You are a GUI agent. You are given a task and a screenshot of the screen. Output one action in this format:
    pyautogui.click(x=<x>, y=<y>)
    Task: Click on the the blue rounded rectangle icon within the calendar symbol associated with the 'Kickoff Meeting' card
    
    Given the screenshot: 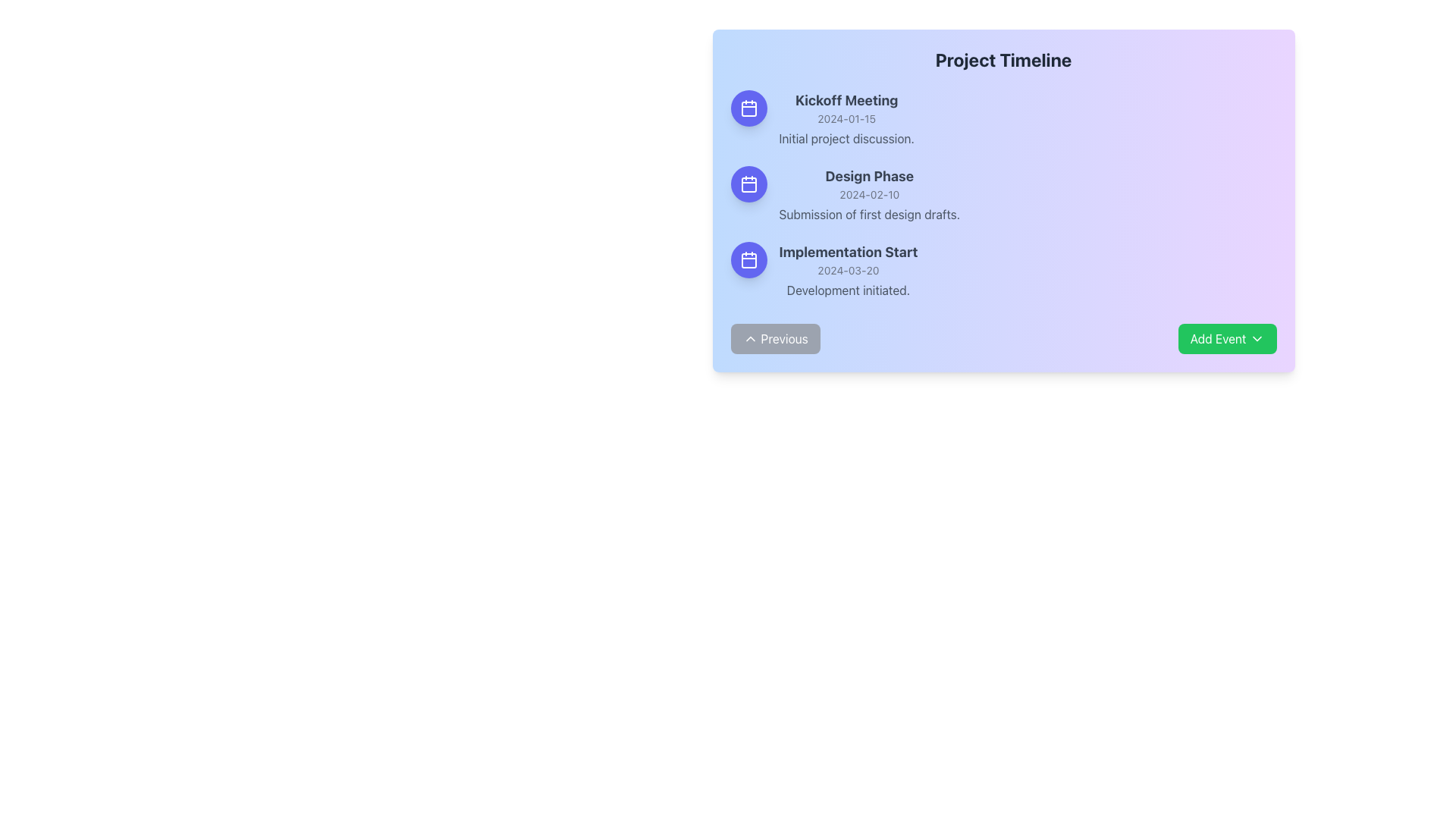 What is the action you would take?
    pyautogui.click(x=748, y=108)
    